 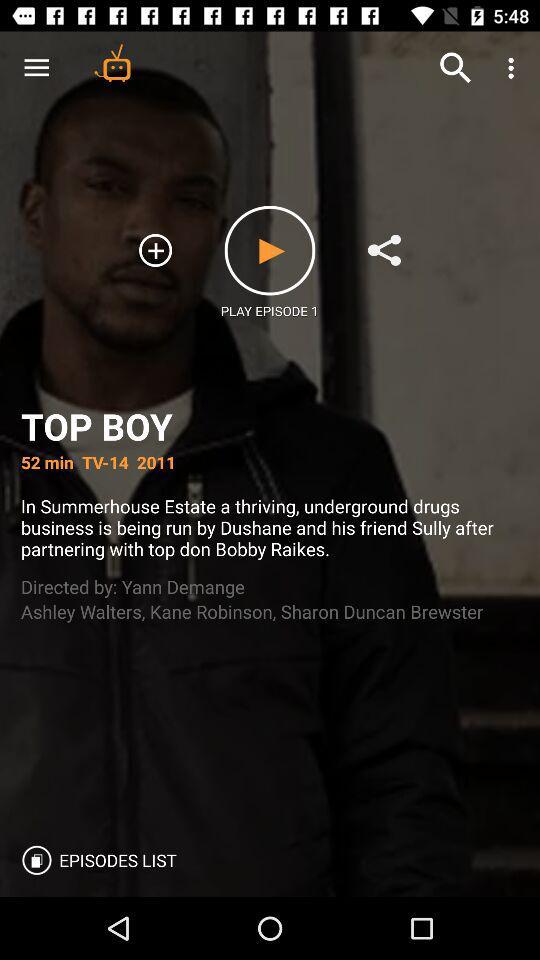 I want to click on the add icon, so click(x=154, y=249).